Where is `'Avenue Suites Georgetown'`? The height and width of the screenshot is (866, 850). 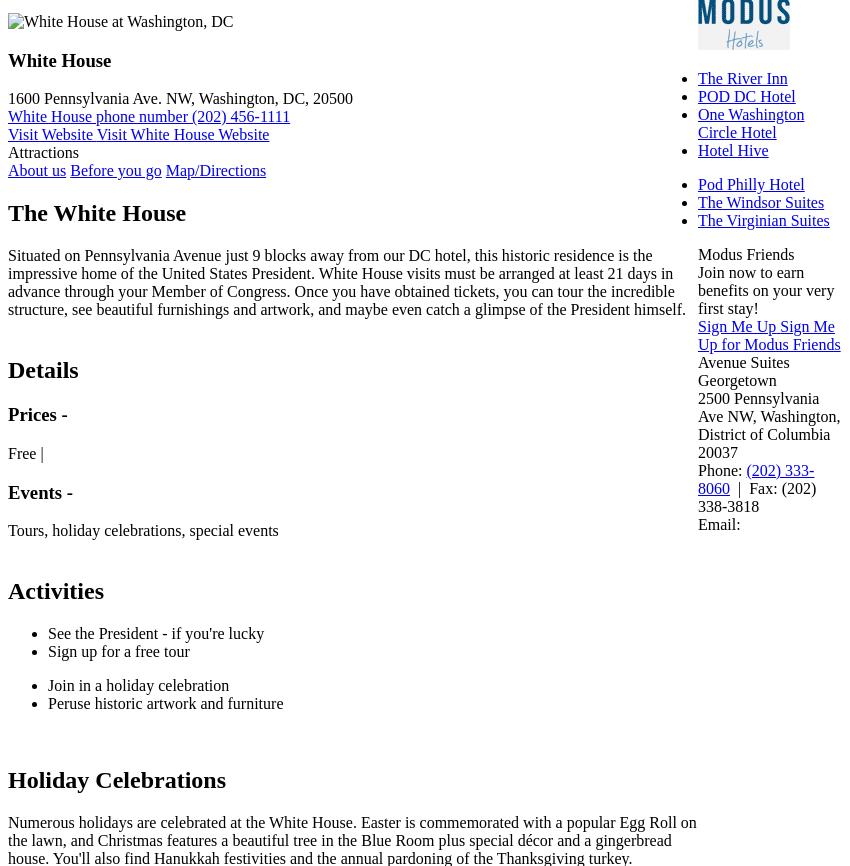
'Avenue Suites Georgetown' is located at coordinates (743, 370).